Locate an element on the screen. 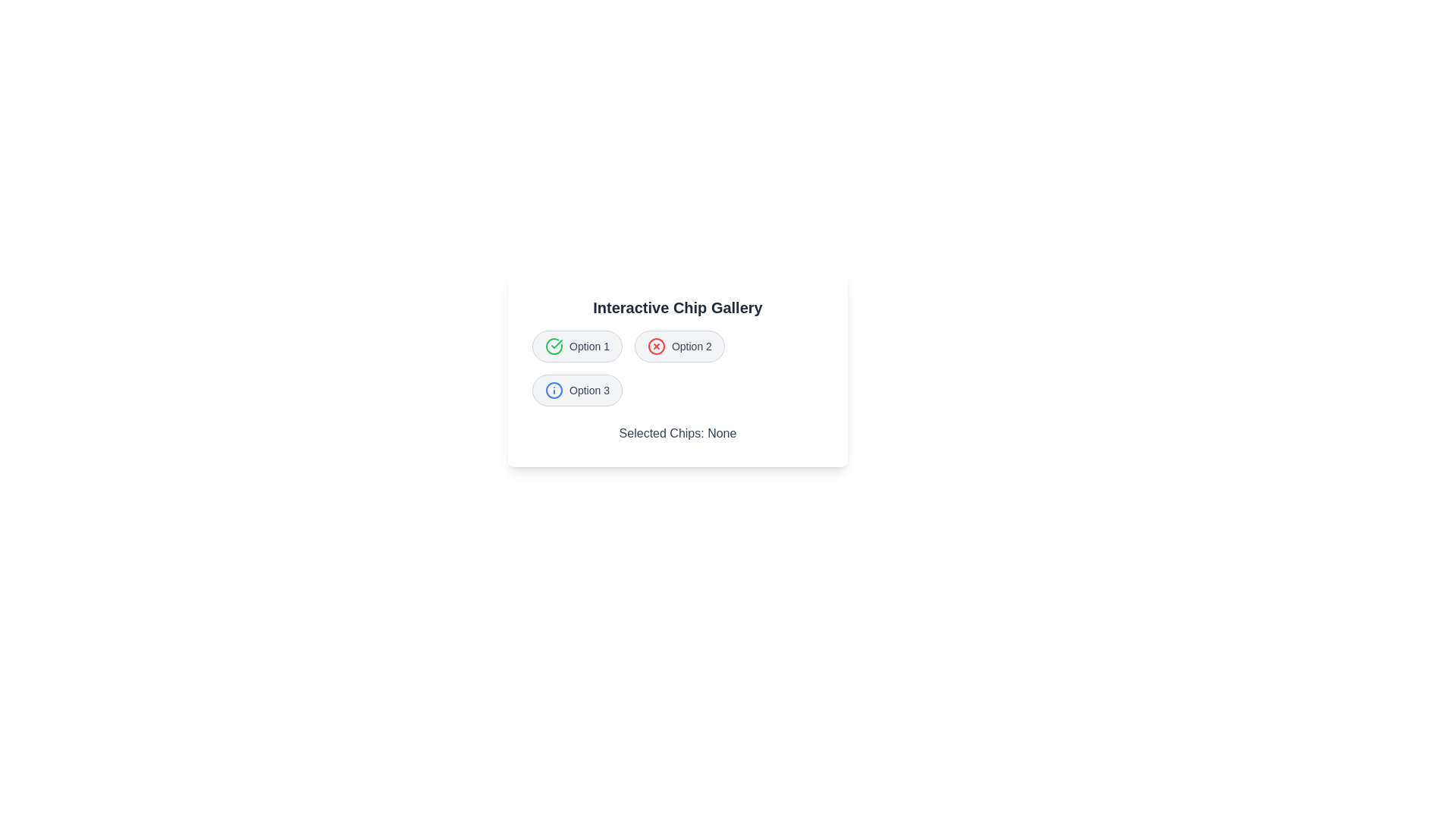 Image resolution: width=1456 pixels, height=819 pixels. the chip labeled Option 1 to observe its icon is located at coordinates (576, 346).